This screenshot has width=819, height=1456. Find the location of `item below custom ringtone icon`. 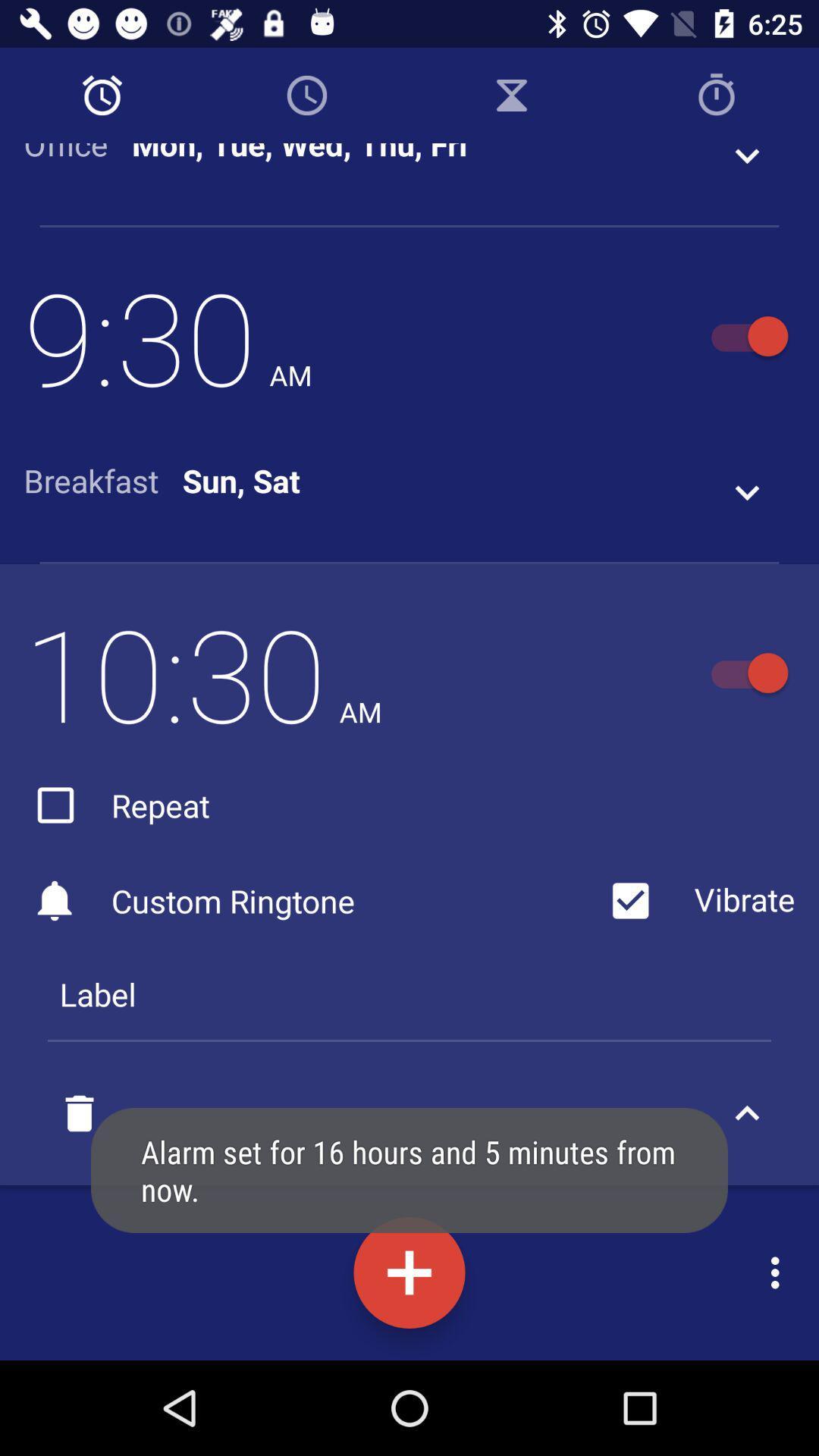

item below custom ringtone icon is located at coordinates (409, 993).